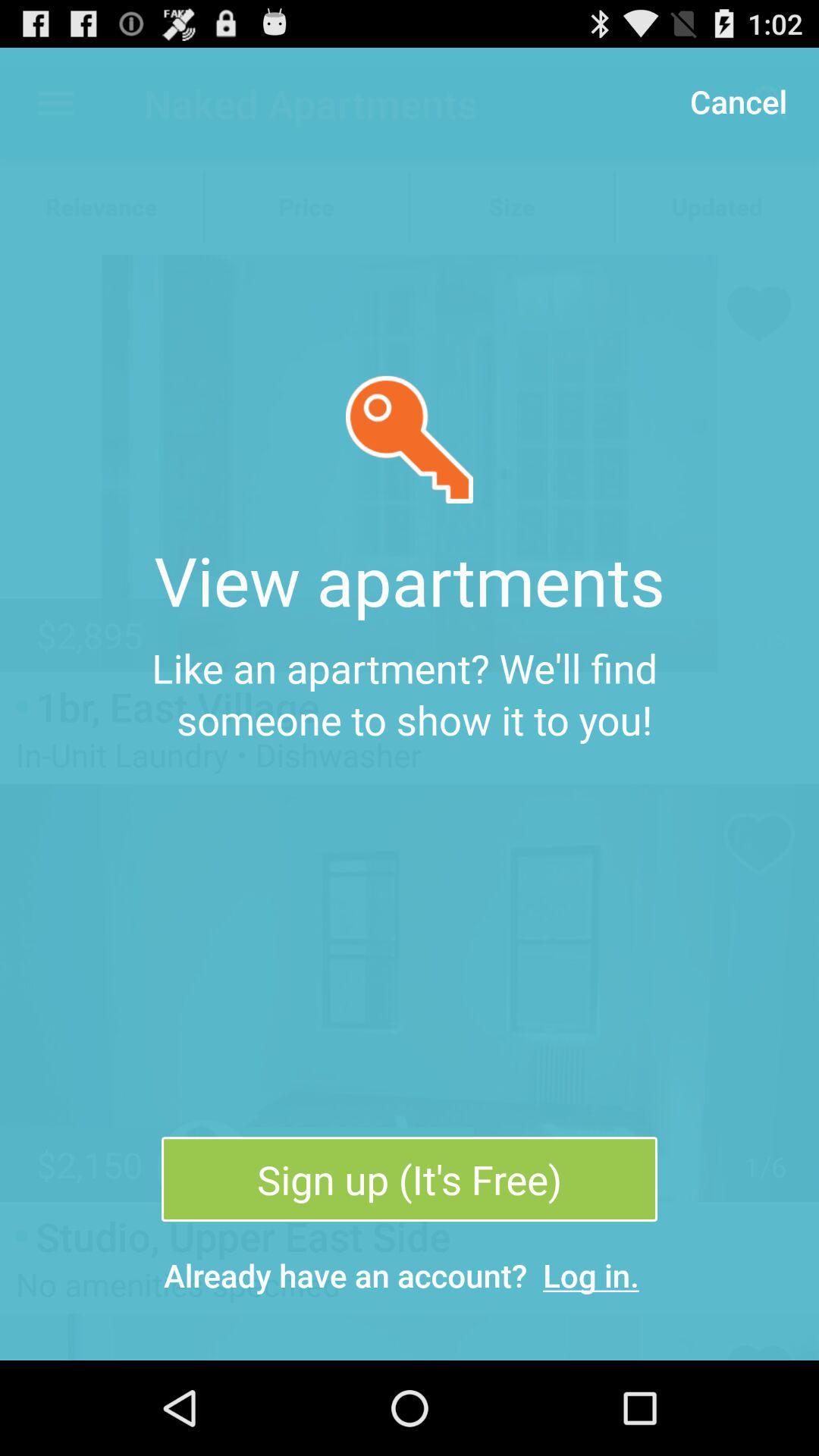  Describe the element at coordinates (737, 100) in the screenshot. I see `the item above the like an apartment item` at that location.